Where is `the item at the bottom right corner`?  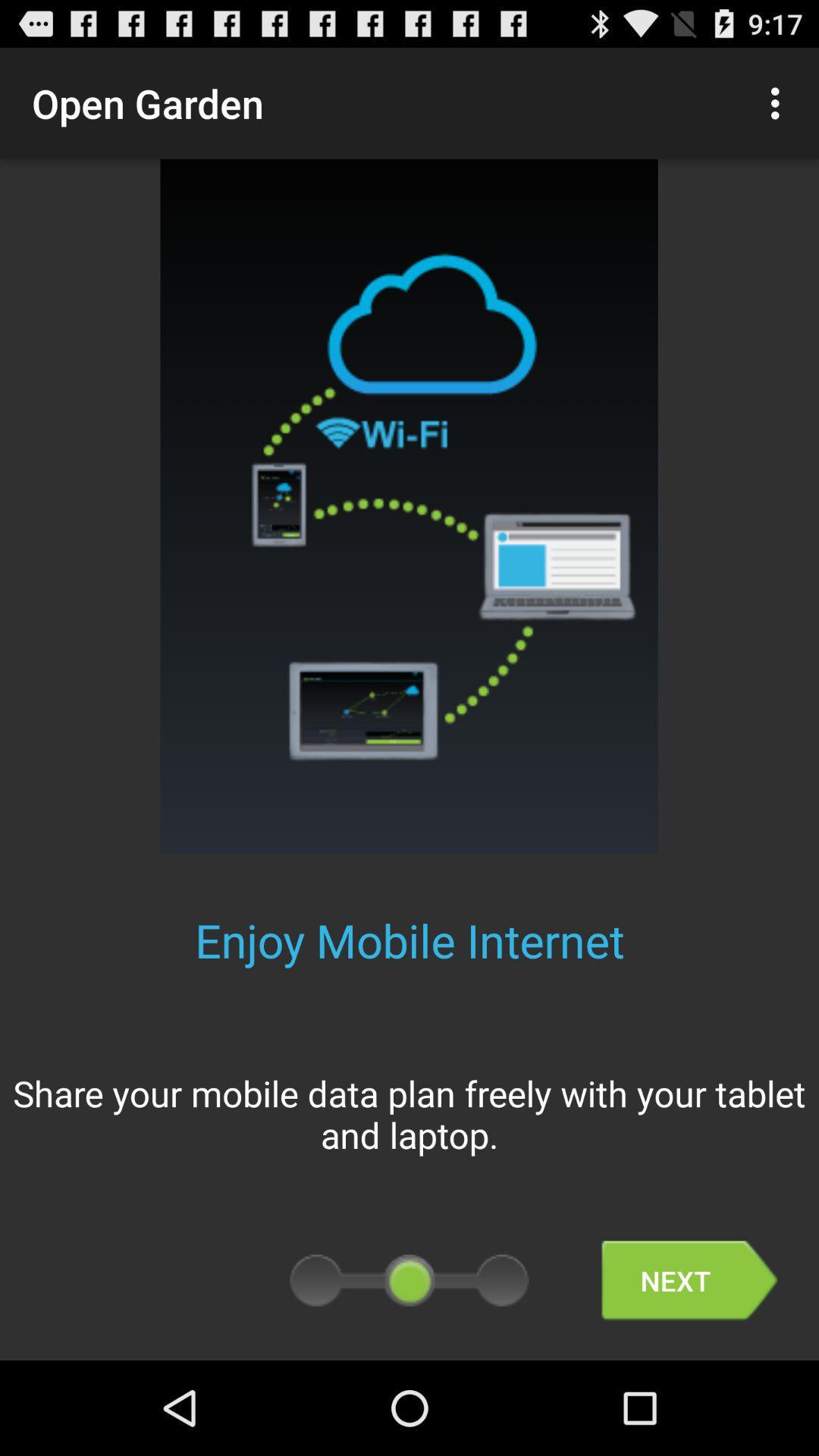 the item at the bottom right corner is located at coordinates (689, 1280).